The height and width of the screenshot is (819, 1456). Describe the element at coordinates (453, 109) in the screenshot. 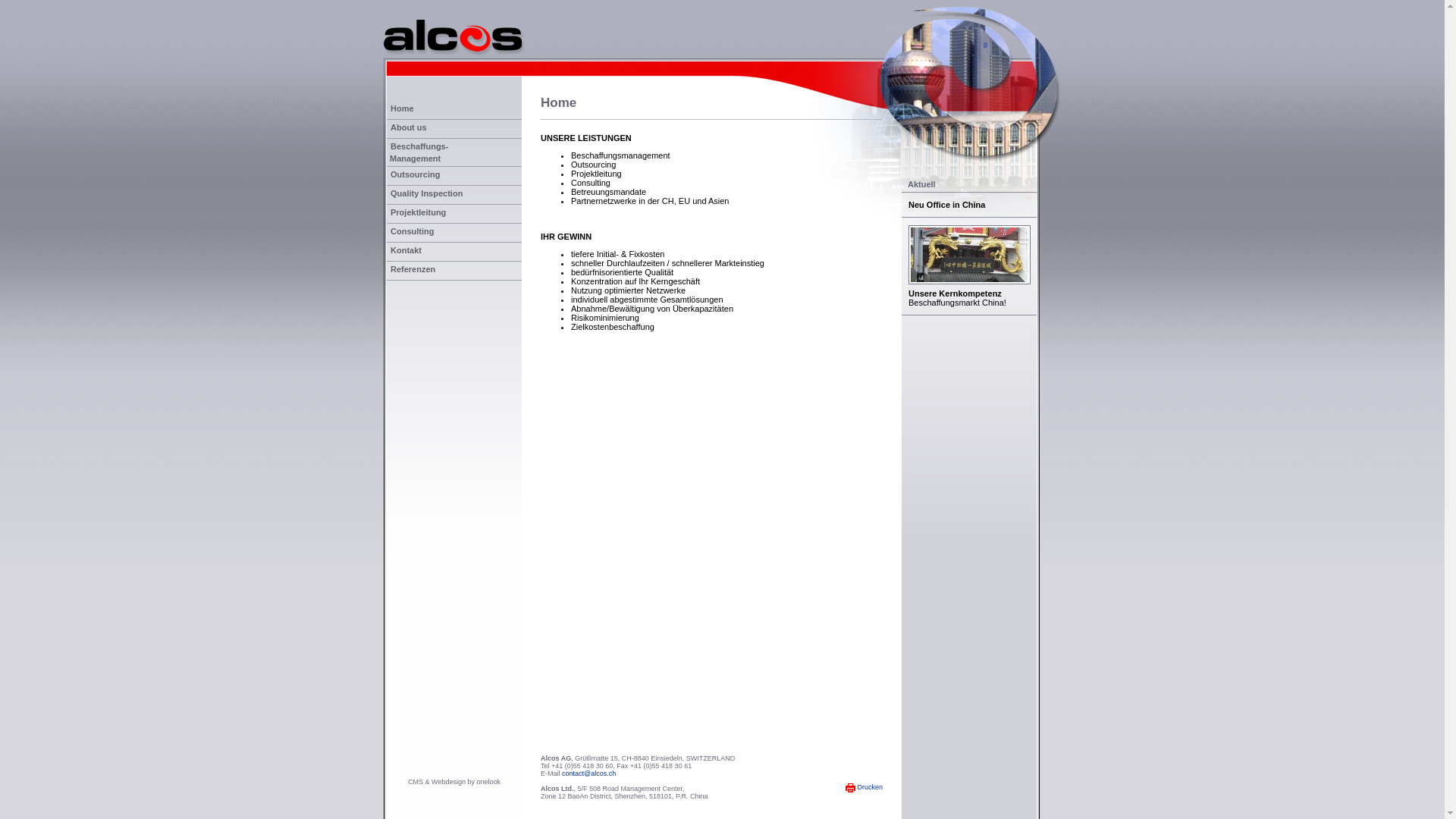

I see `'Home      '` at that location.